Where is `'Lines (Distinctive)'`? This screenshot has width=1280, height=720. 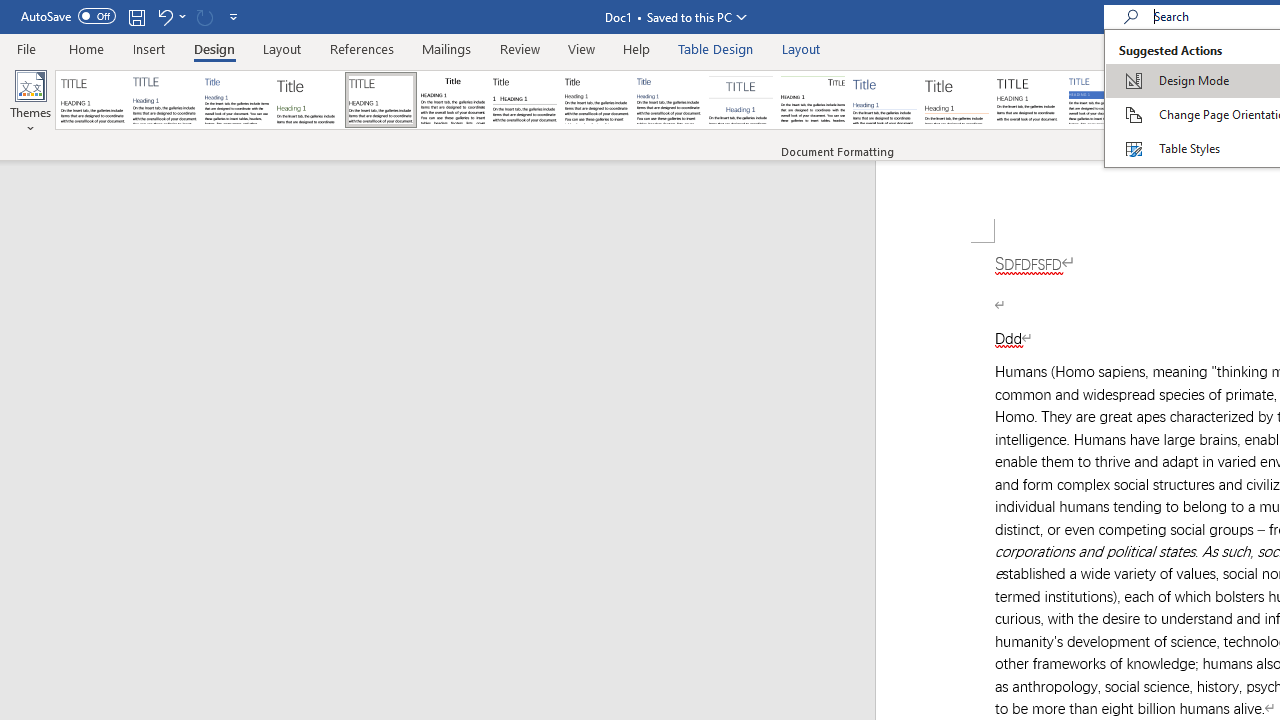 'Lines (Distinctive)' is located at coordinates (812, 100).